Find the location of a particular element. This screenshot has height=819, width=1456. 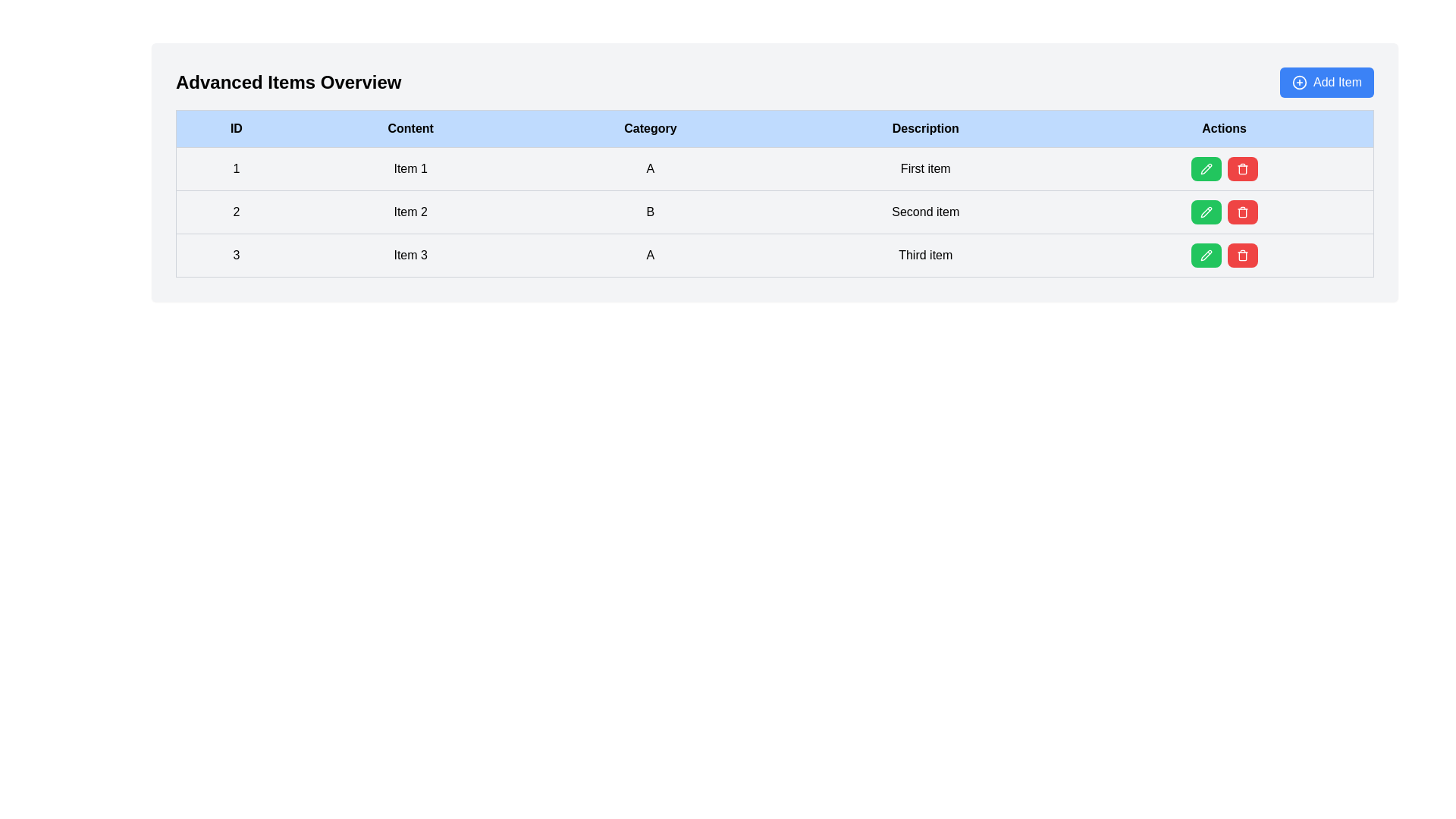

the 'Description' table header cell, which indicates the content type for the associated column values in the table is located at coordinates (924, 127).